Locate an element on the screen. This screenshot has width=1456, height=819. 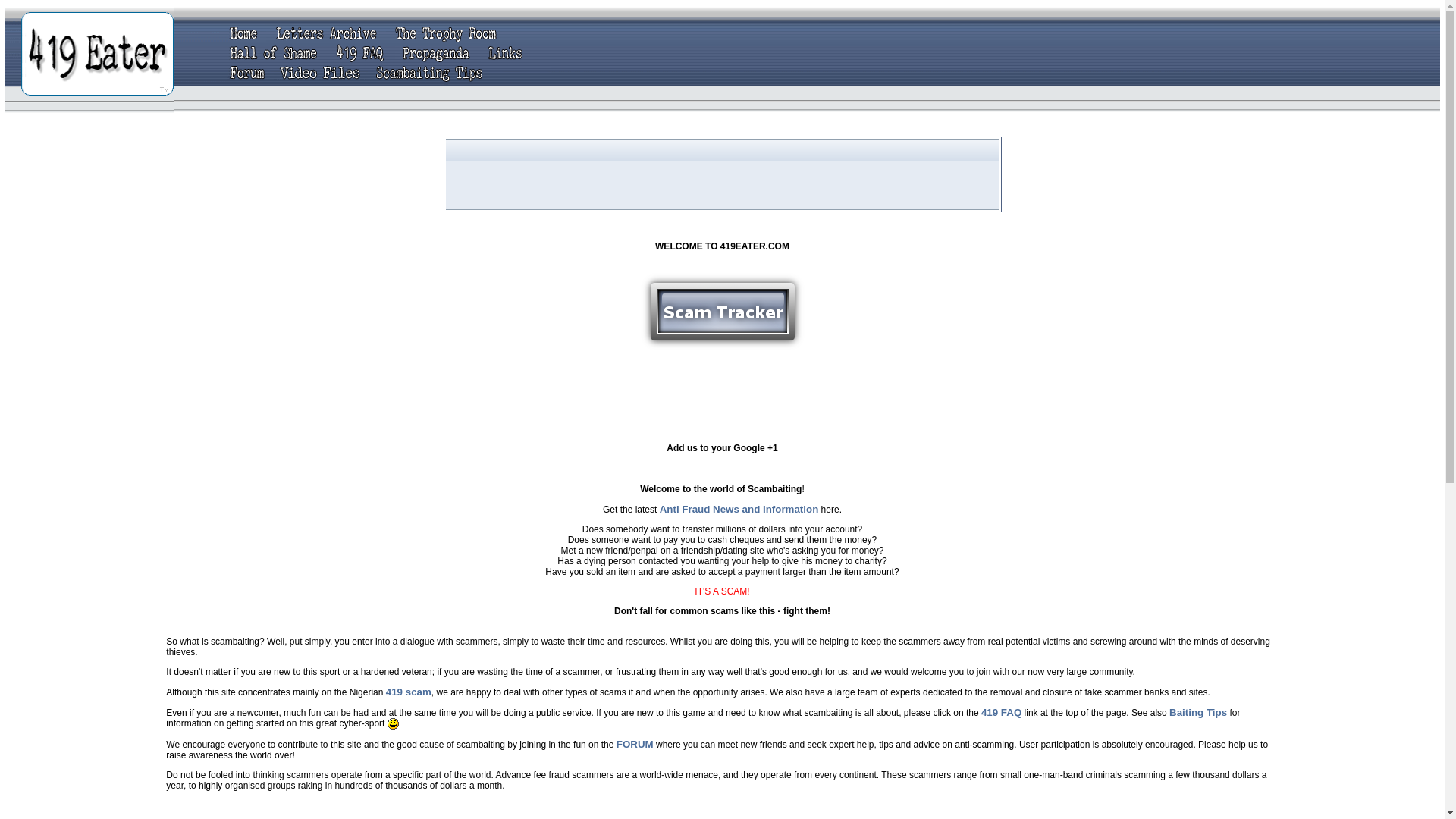
'Baiting Tips' is located at coordinates (1197, 712).